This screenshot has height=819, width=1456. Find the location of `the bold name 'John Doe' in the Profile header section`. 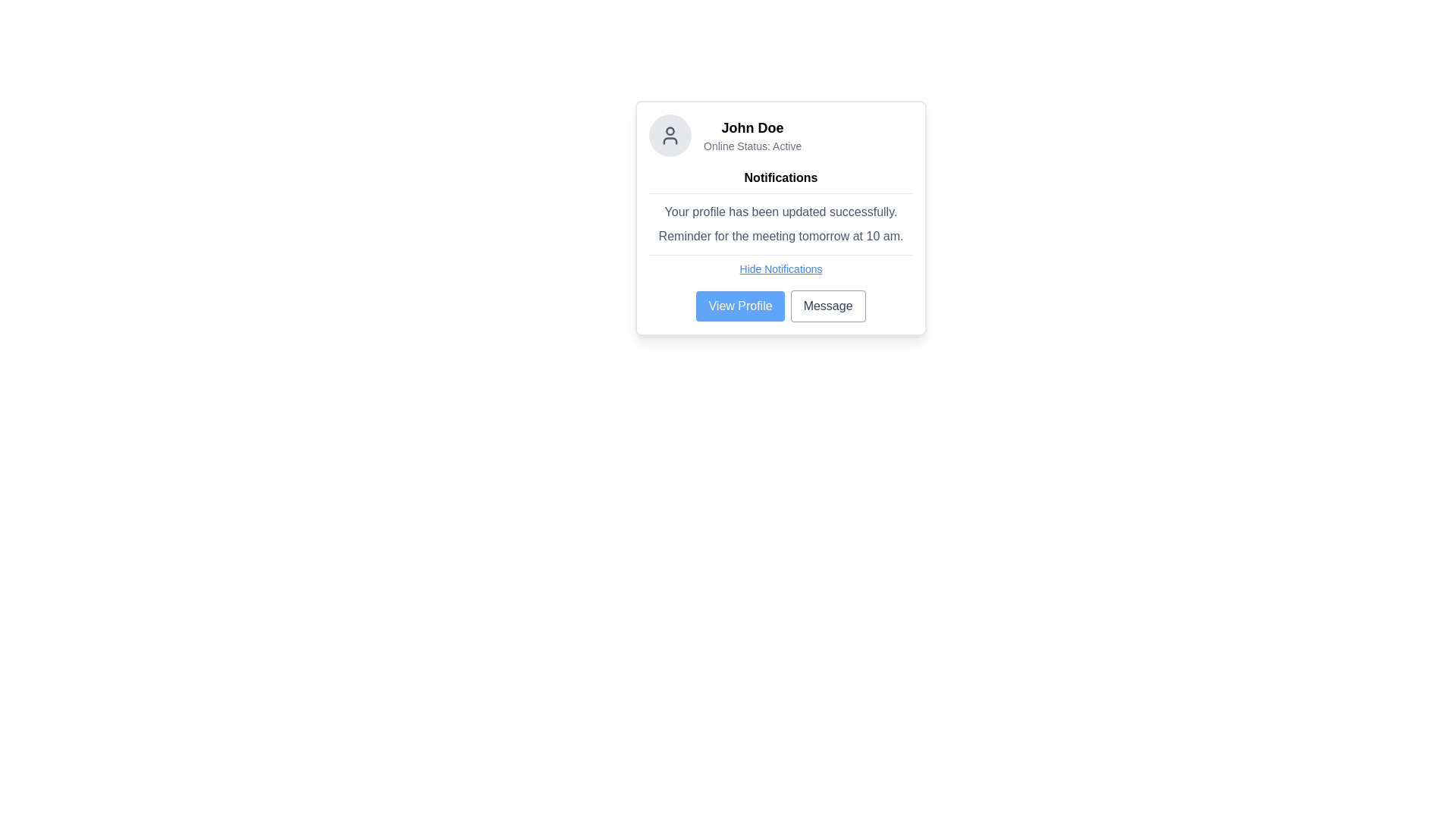

the bold name 'John Doe' in the Profile header section is located at coordinates (781, 134).